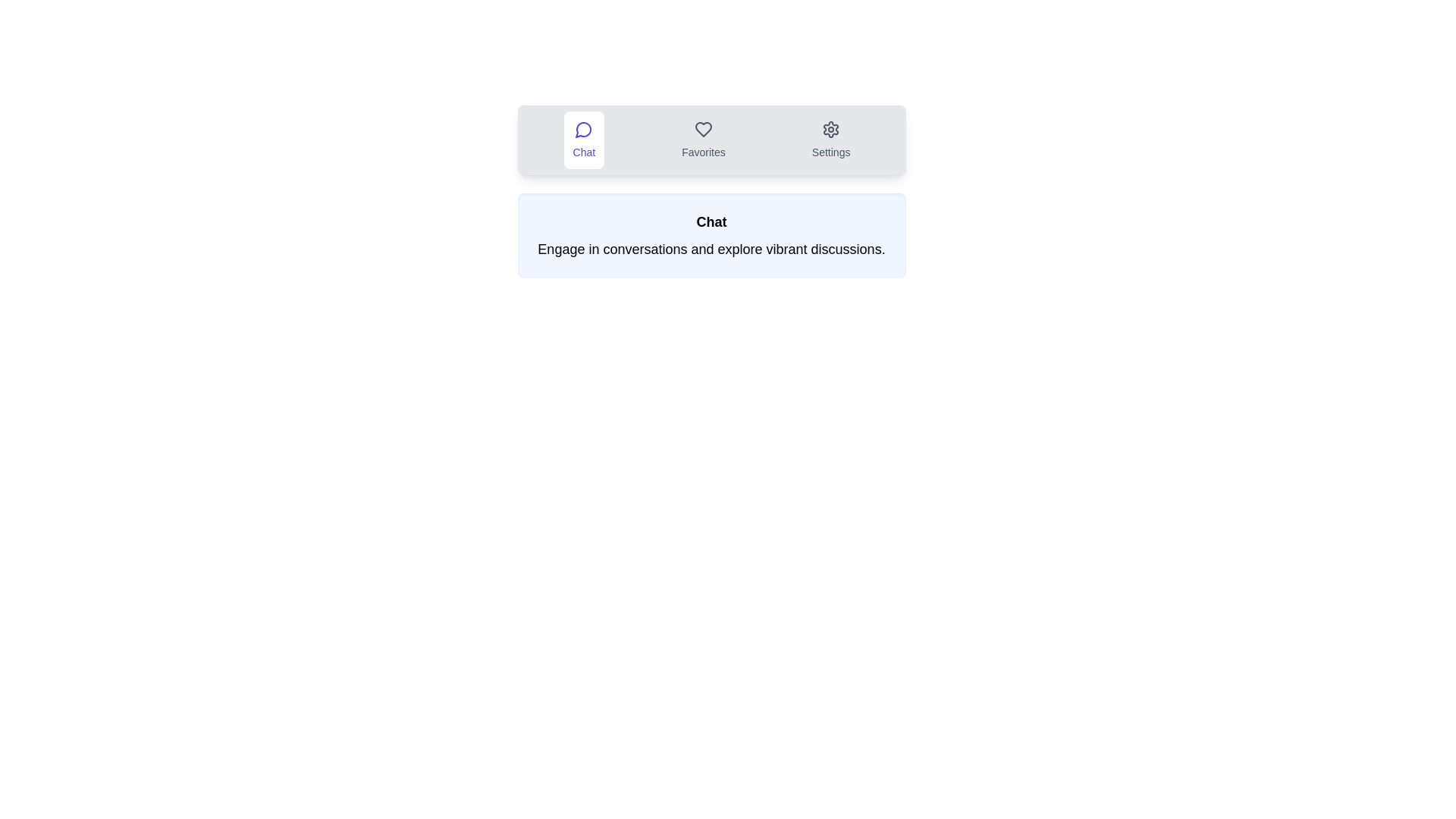 Image resolution: width=1456 pixels, height=819 pixels. What do you see at coordinates (583, 140) in the screenshot?
I see `the icon within the tab labeled Chat` at bounding box center [583, 140].